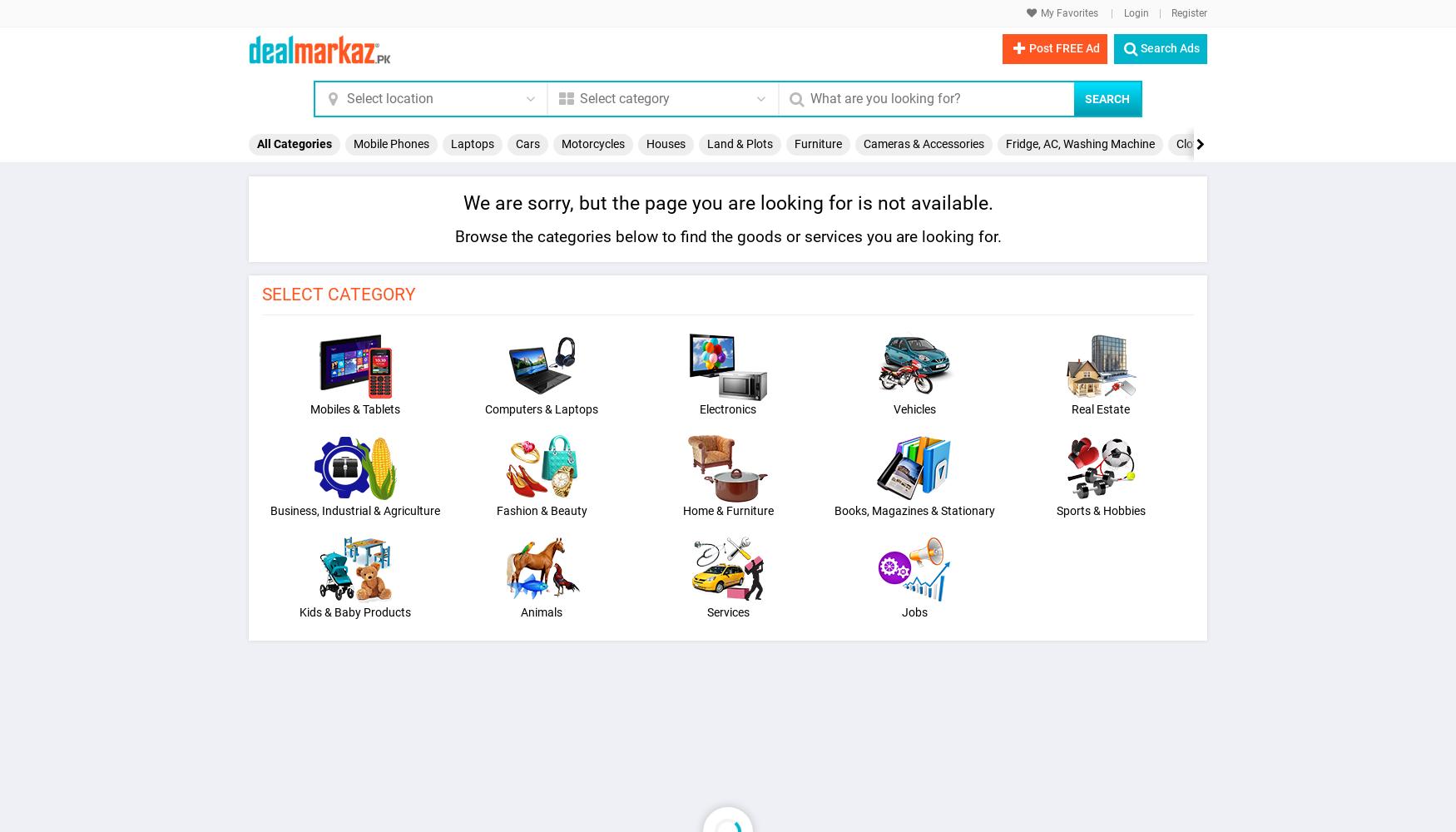 The width and height of the screenshot is (1456, 832). I want to click on 'Houses', so click(665, 144).